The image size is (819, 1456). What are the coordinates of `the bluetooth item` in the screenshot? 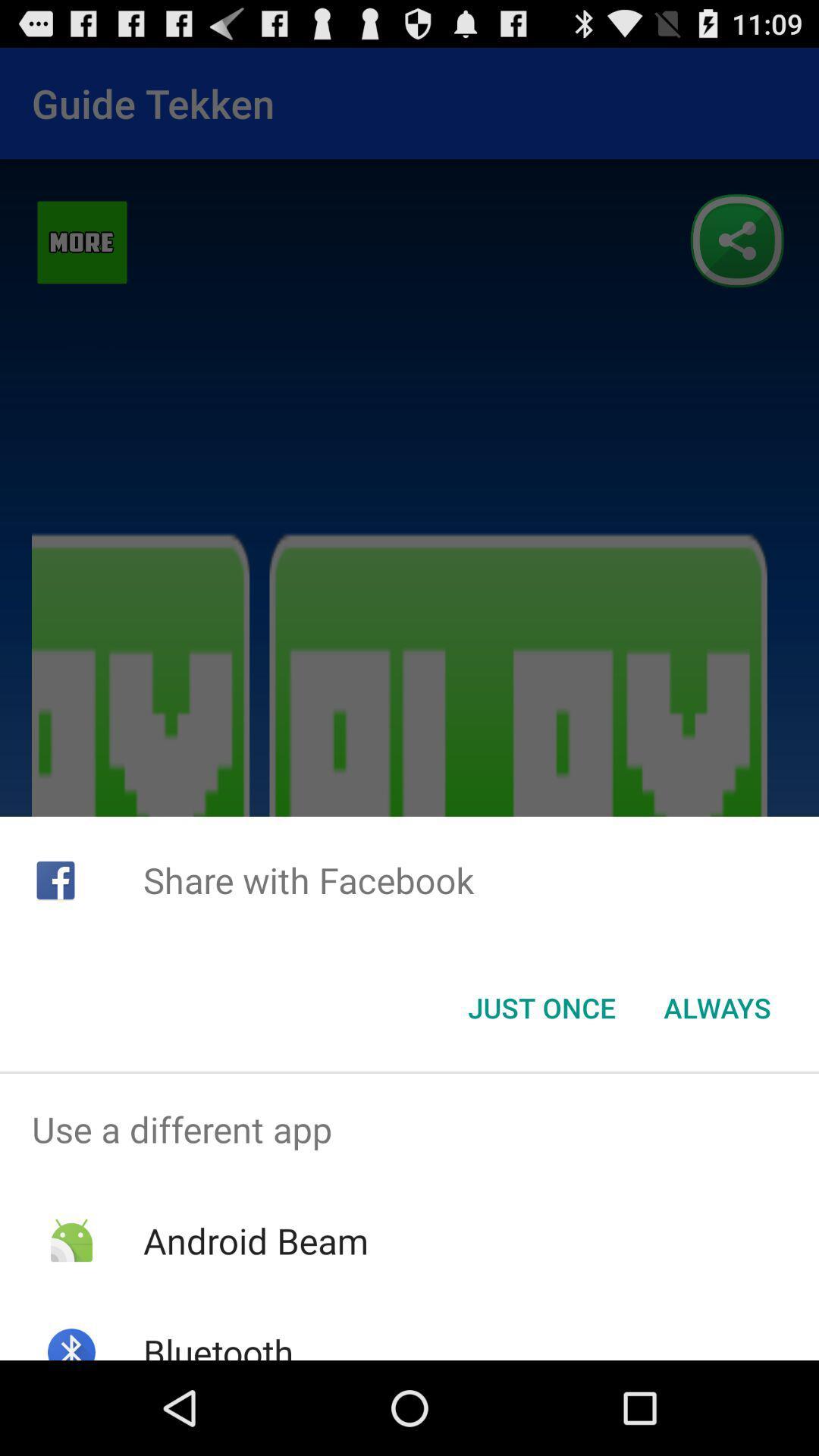 It's located at (218, 1344).